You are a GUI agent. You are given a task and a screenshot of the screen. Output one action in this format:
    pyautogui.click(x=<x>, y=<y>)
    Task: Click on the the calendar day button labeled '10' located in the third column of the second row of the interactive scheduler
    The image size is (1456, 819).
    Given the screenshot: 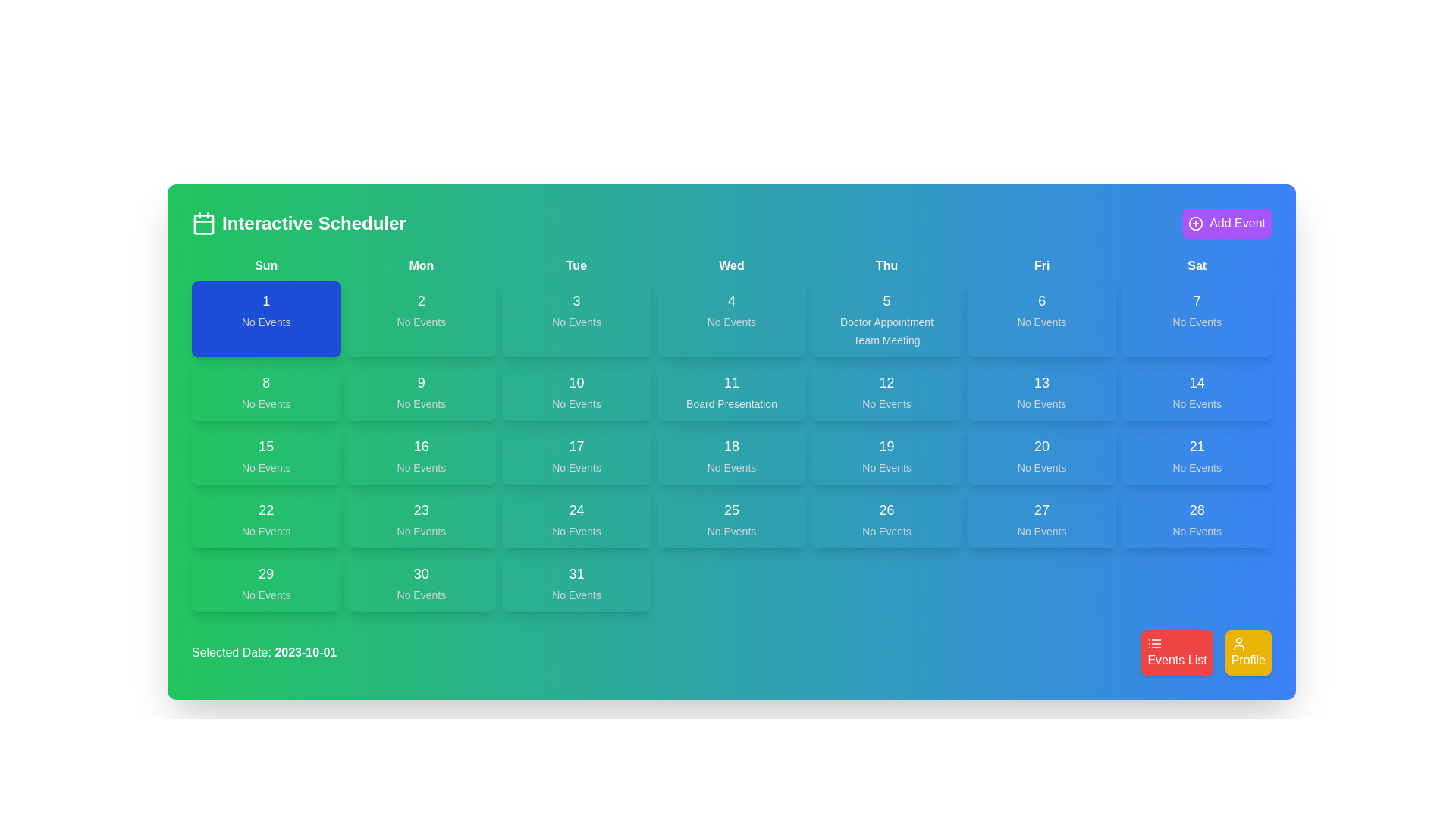 What is the action you would take?
    pyautogui.click(x=576, y=391)
    